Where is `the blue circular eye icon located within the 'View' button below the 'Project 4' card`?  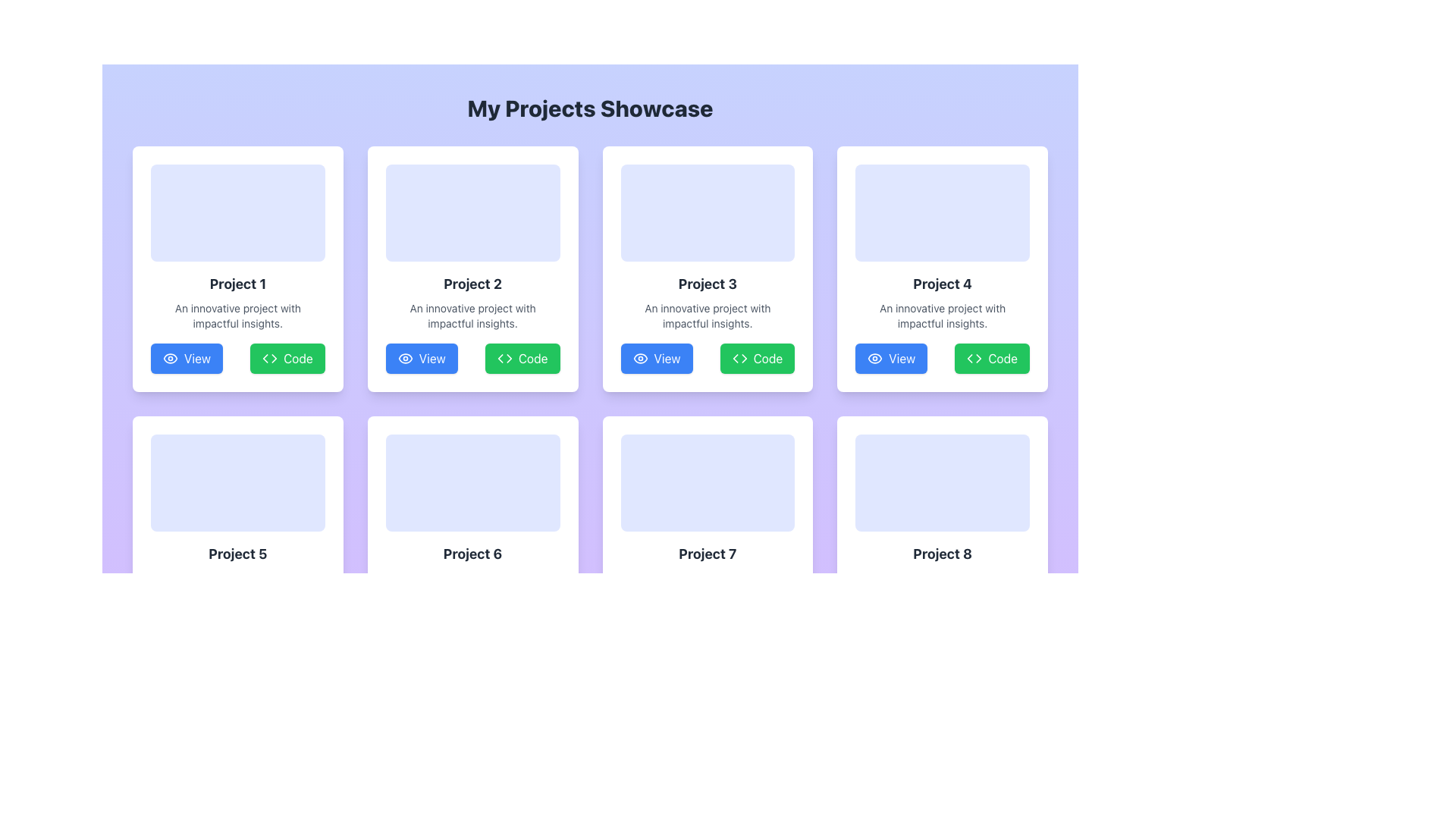
the blue circular eye icon located within the 'View' button below the 'Project 4' card is located at coordinates (875, 359).